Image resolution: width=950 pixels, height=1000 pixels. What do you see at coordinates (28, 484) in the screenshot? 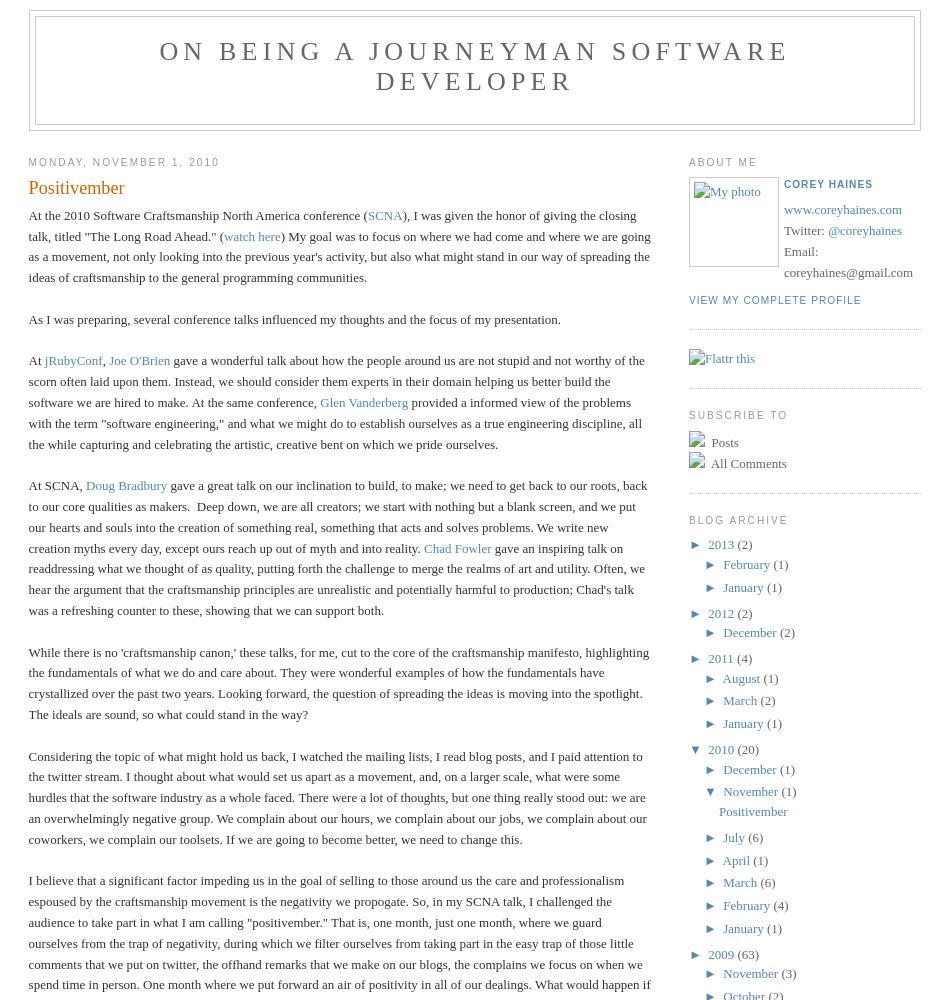
I see `'At SCNA,'` at bounding box center [28, 484].